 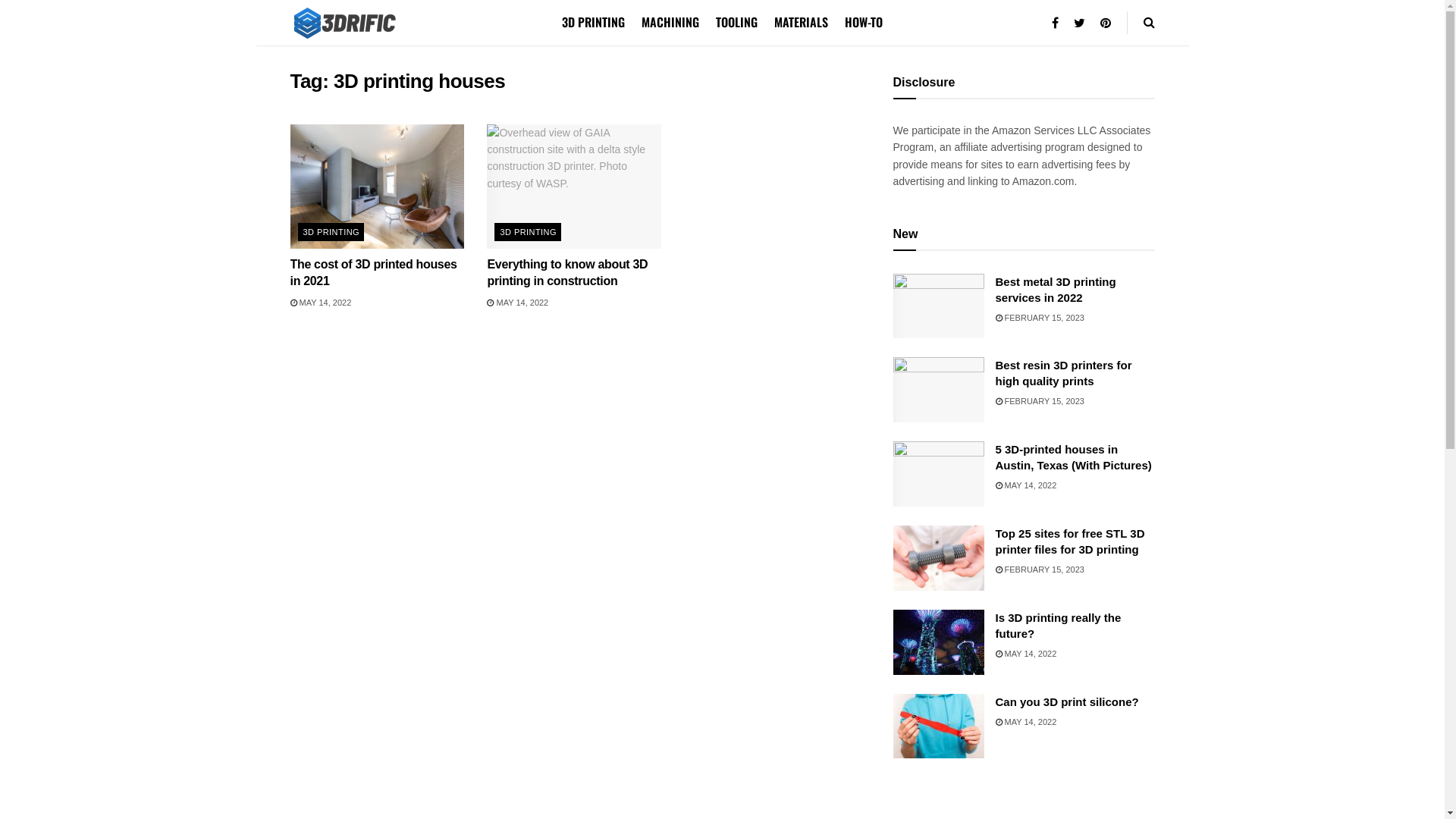 What do you see at coordinates (1038, 400) in the screenshot?
I see `'FEBRUARY 15, 2023'` at bounding box center [1038, 400].